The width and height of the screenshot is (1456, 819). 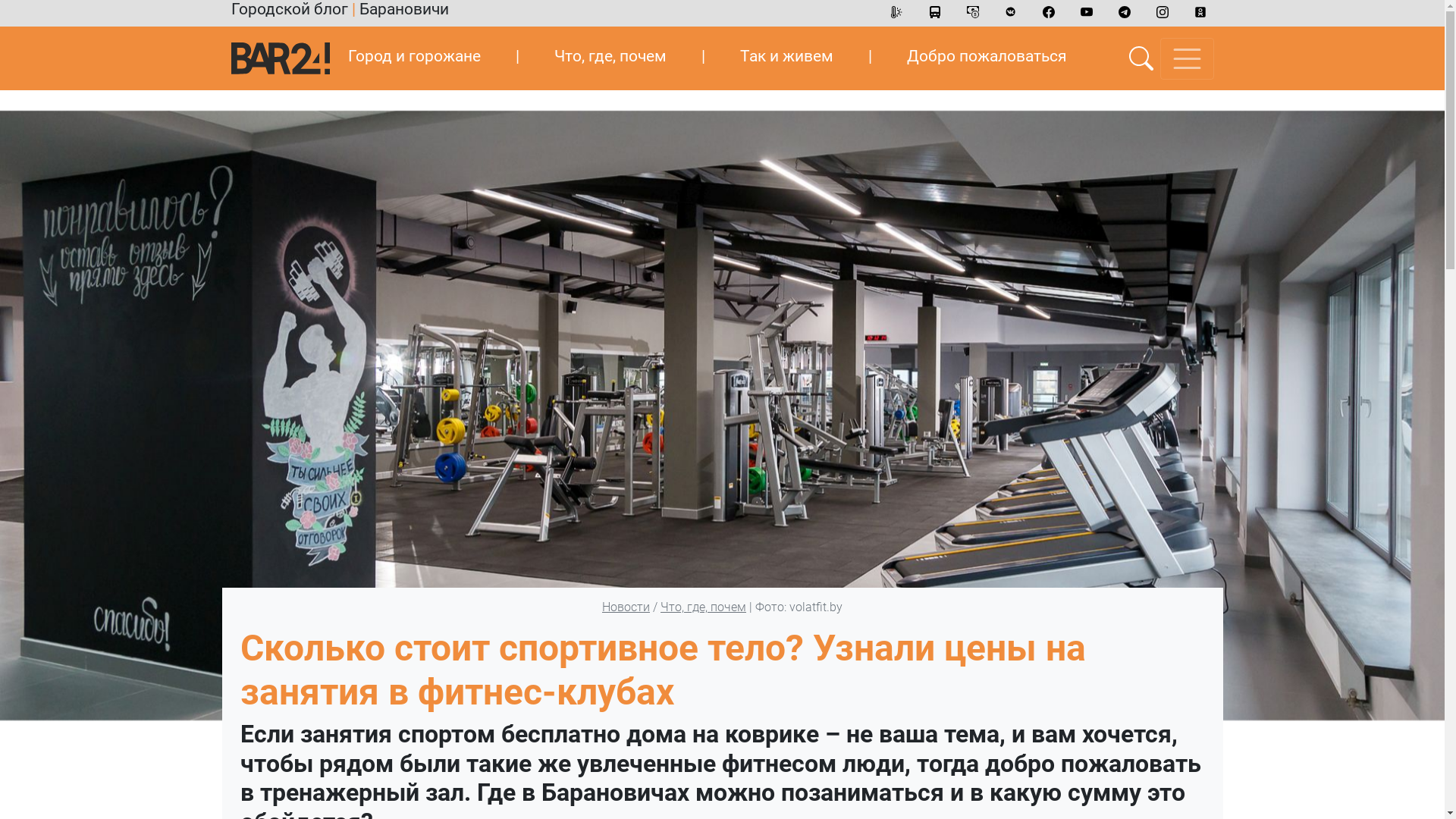 What do you see at coordinates (517, 55) in the screenshot?
I see `'|'` at bounding box center [517, 55].